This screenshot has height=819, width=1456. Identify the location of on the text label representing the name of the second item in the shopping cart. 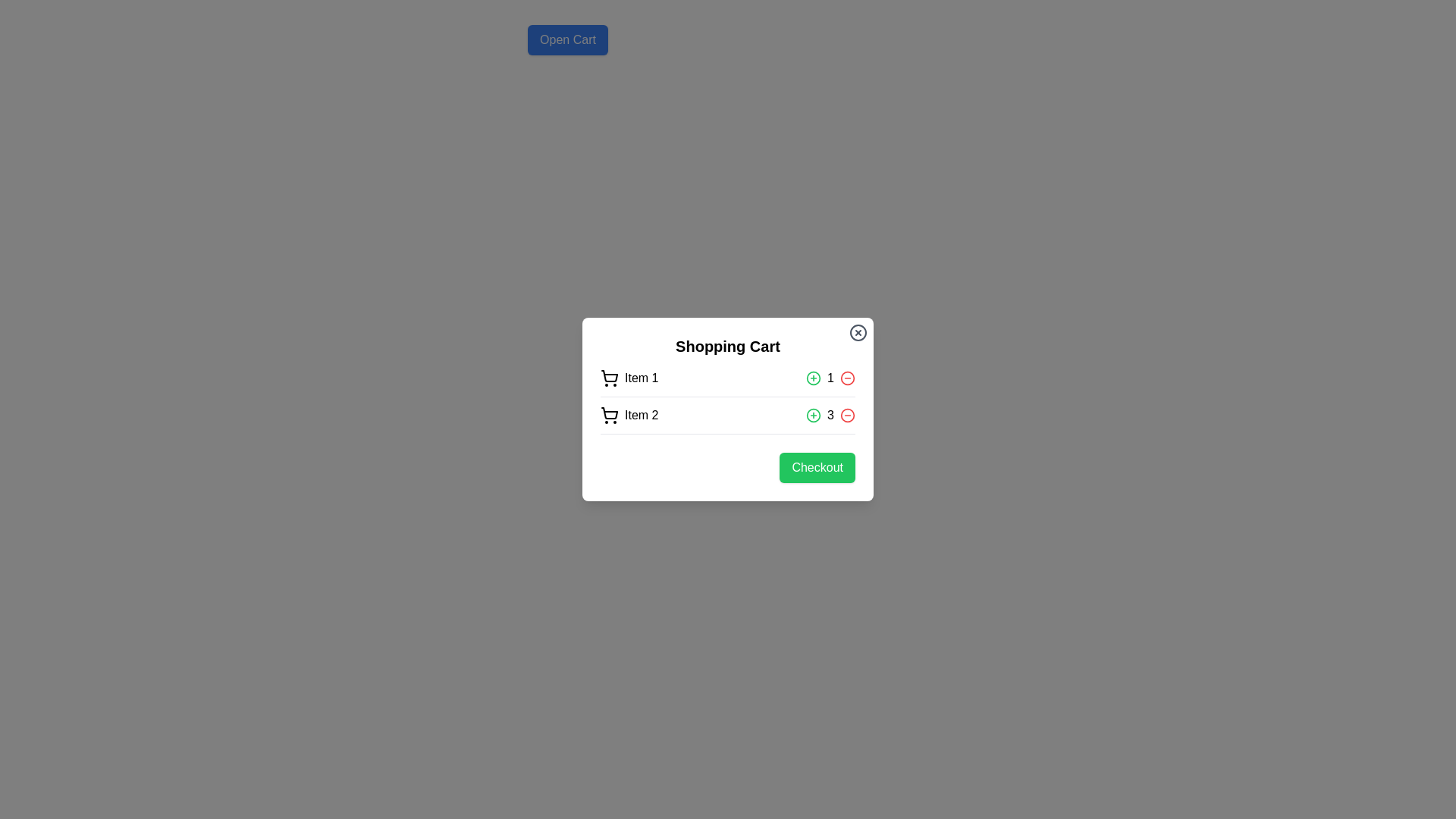
(629, 415).